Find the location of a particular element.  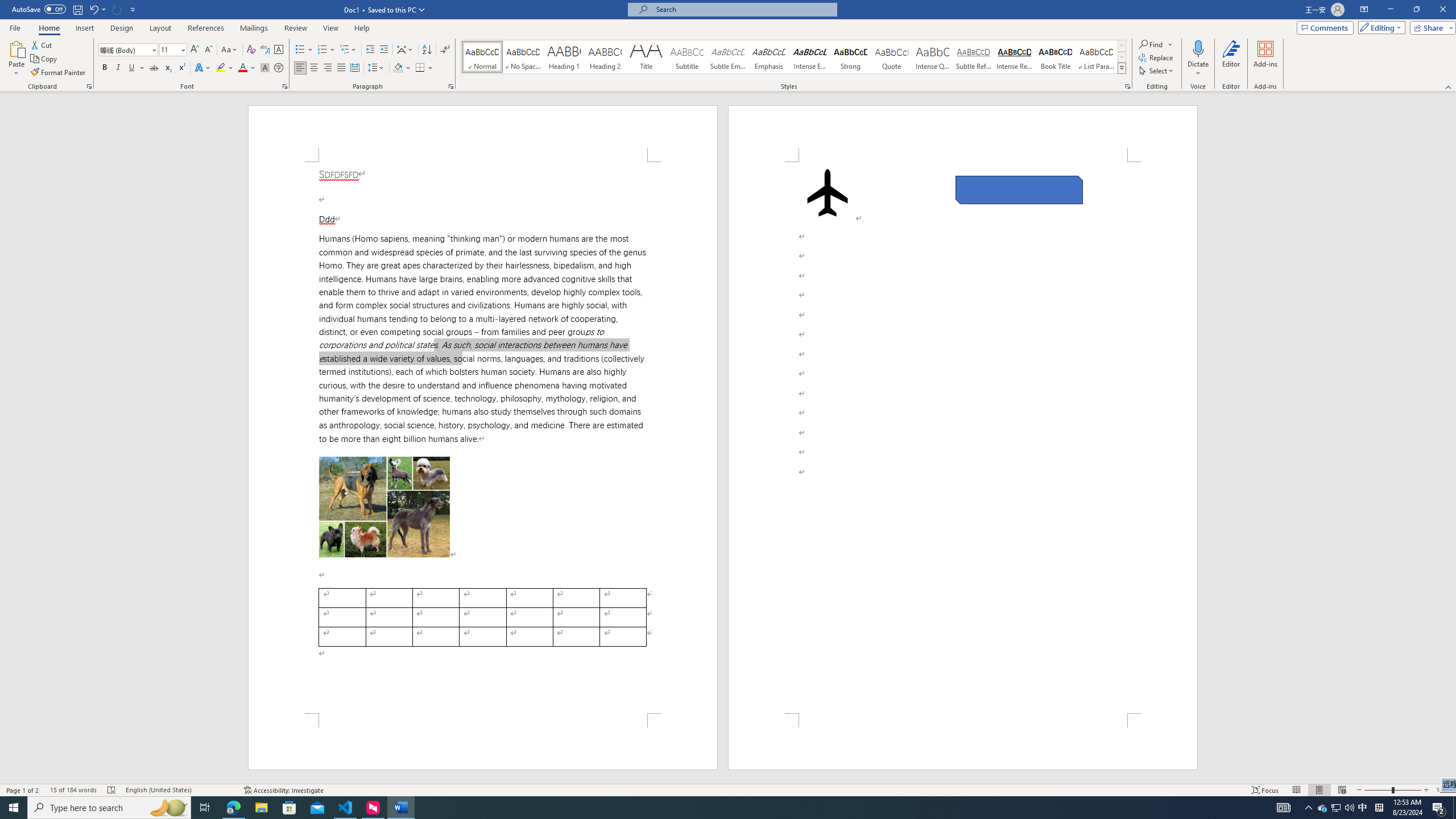

'Print Layout' is located at coordinates (1319, 790).